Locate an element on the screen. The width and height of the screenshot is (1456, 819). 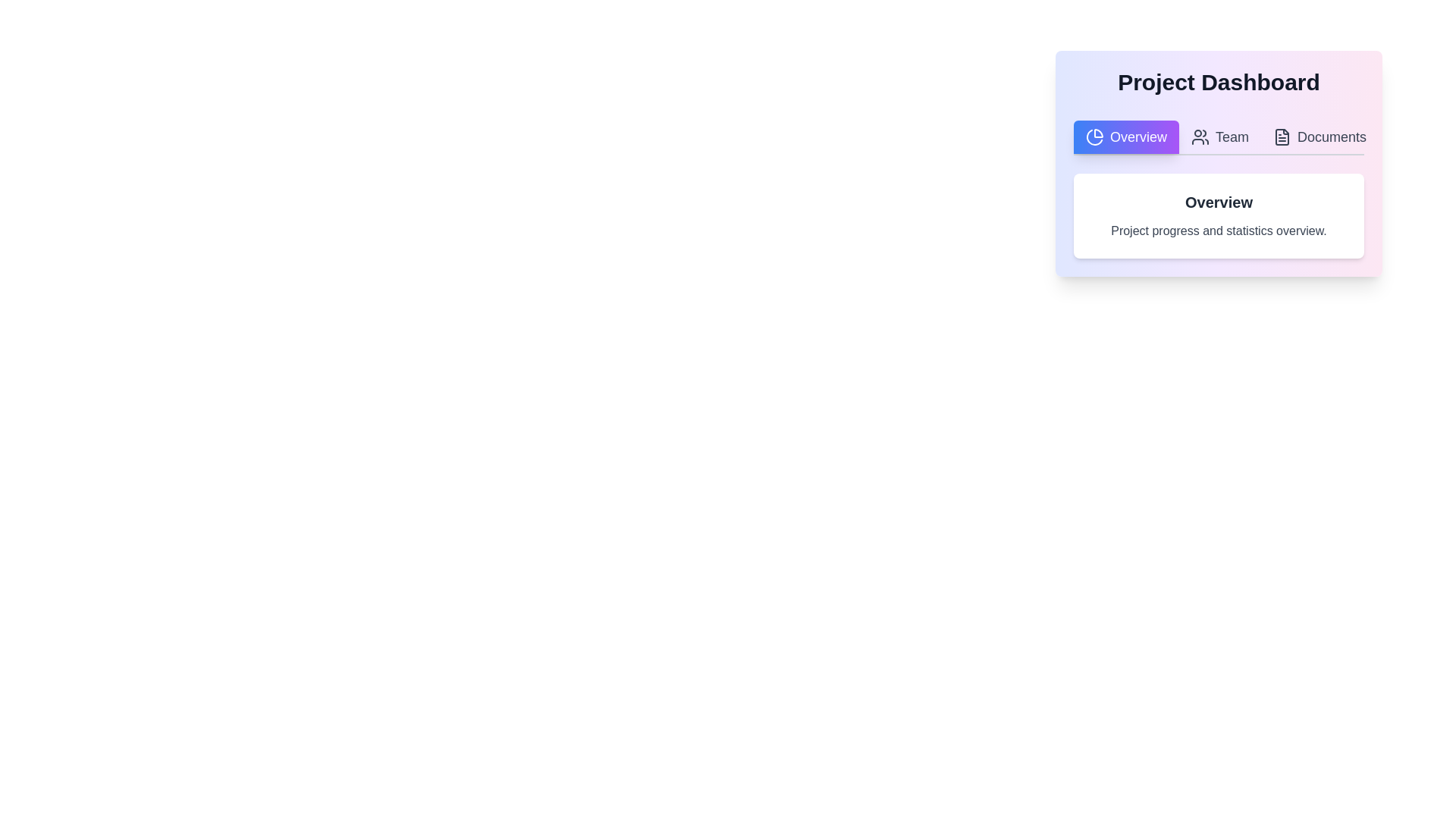
the Team tab to view its content is located at coordinates (1219, 137).